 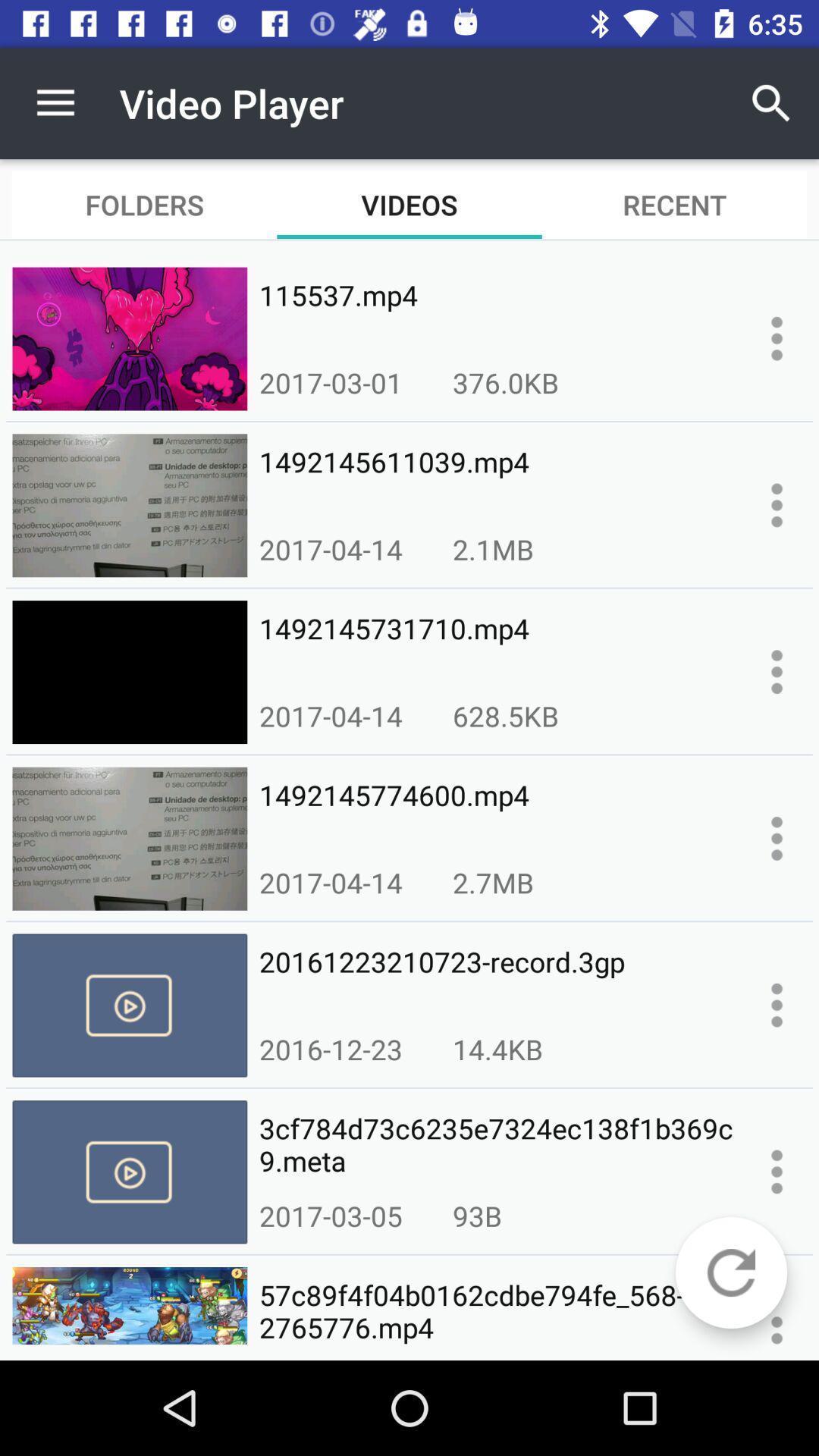 What do you see at coordinates (777, 837) in the screenshot?
I see `information about the video` at bounding box center [777, 837].